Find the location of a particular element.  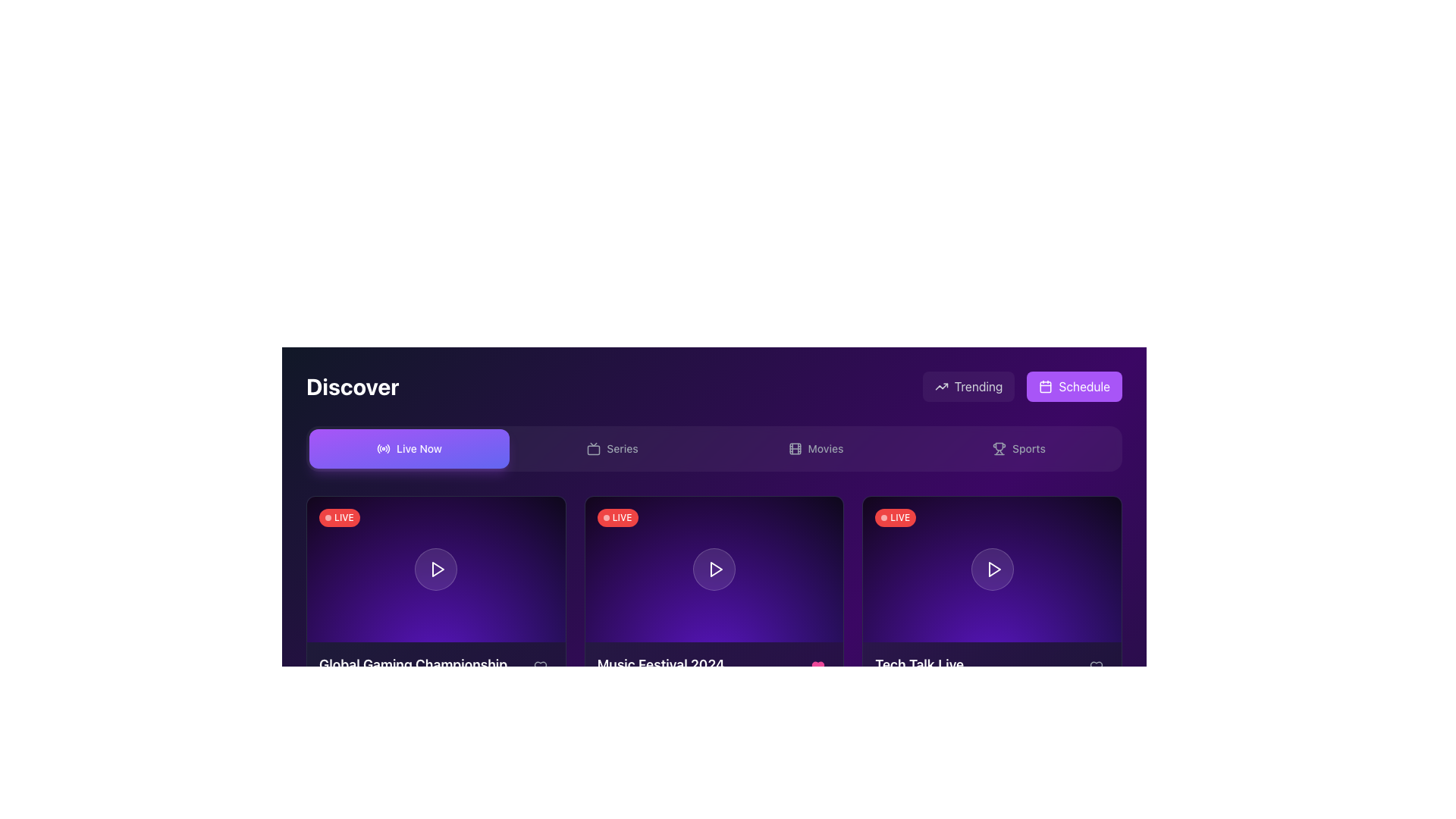

the interactive heart-shaped button located below the 'Music Festival 2024' title is located at coordinates (817, 666).